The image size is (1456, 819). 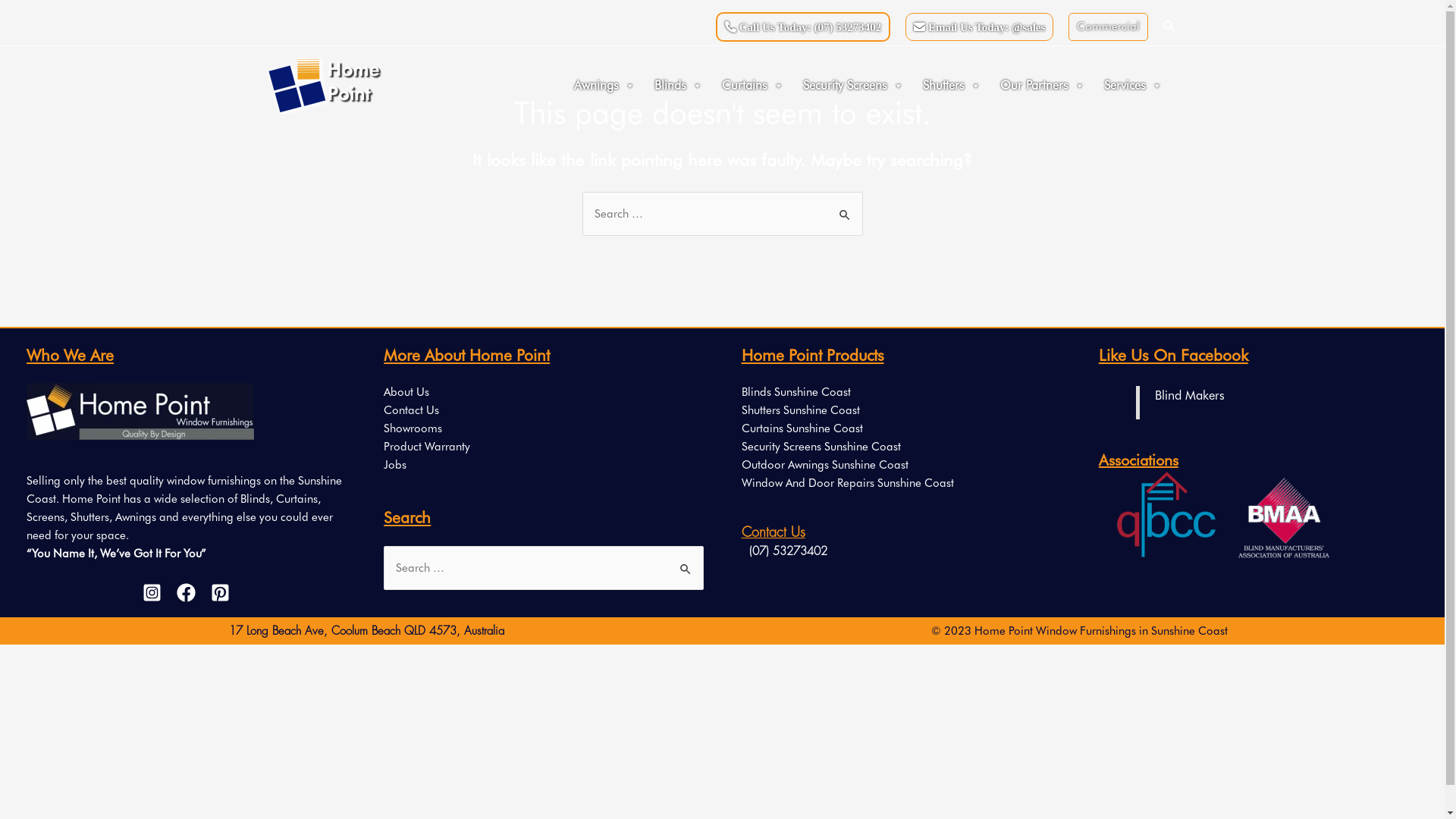 I want to click on 'Security Screens', so click(x=855, y=85).